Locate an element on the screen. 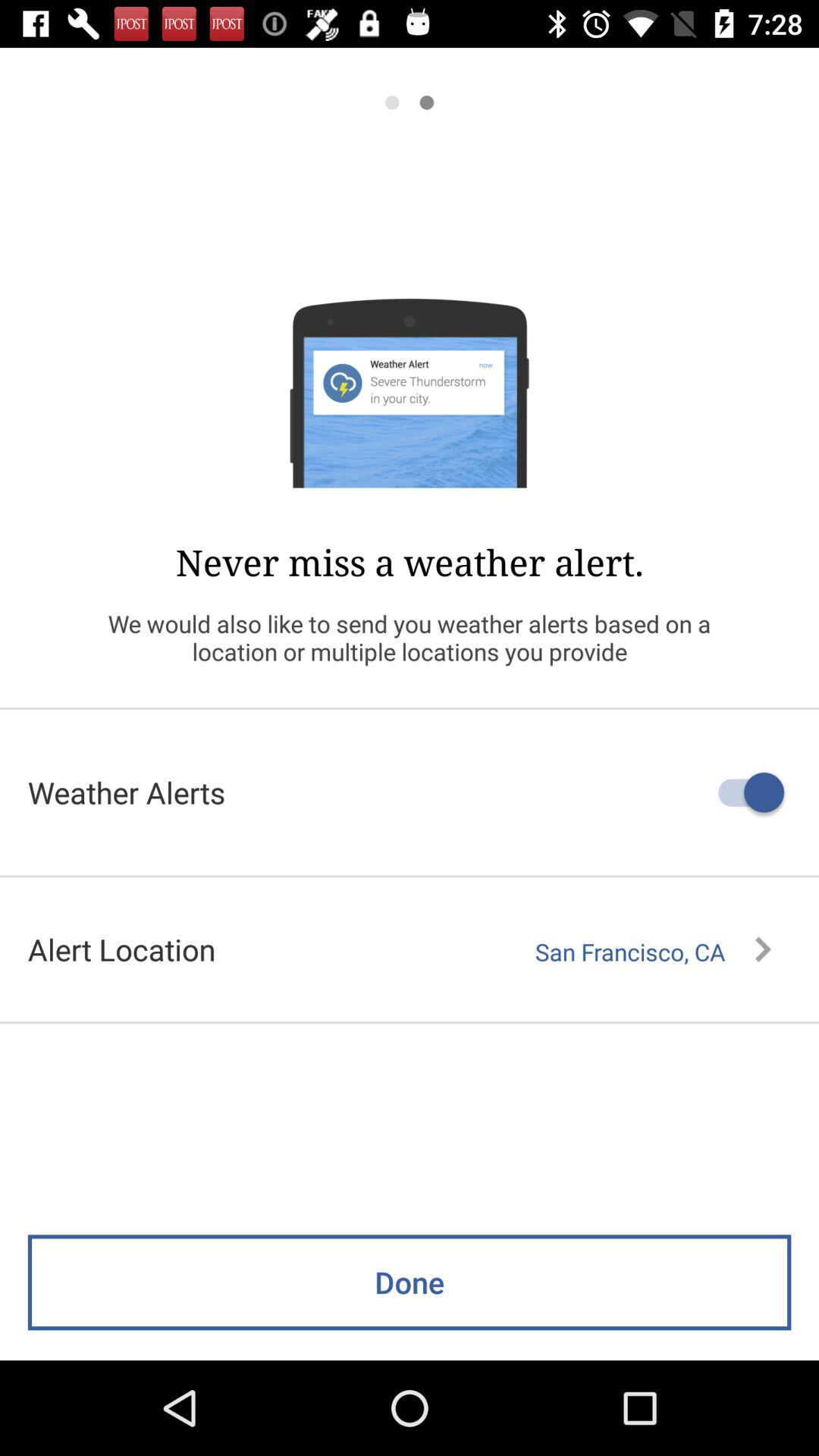 Image resolution: width=819 pixels, height=1456 pixels. done is located at coordinates (409, 1282).